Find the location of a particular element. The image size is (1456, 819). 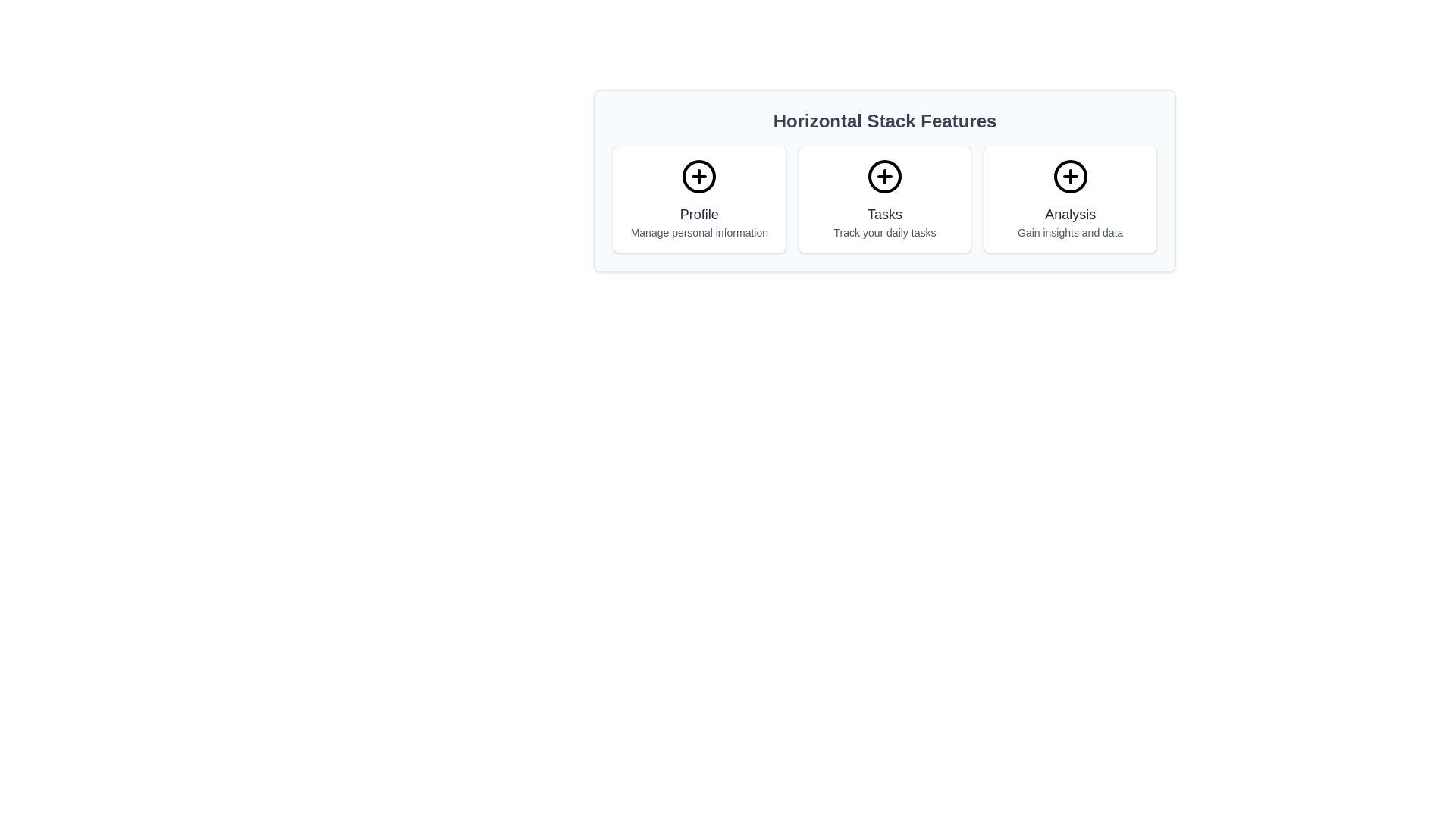

the descriptive caption text element located directly below the 'Tasks' text in the central card of three horizontally aligned cards is located at coordinates (884, 233).